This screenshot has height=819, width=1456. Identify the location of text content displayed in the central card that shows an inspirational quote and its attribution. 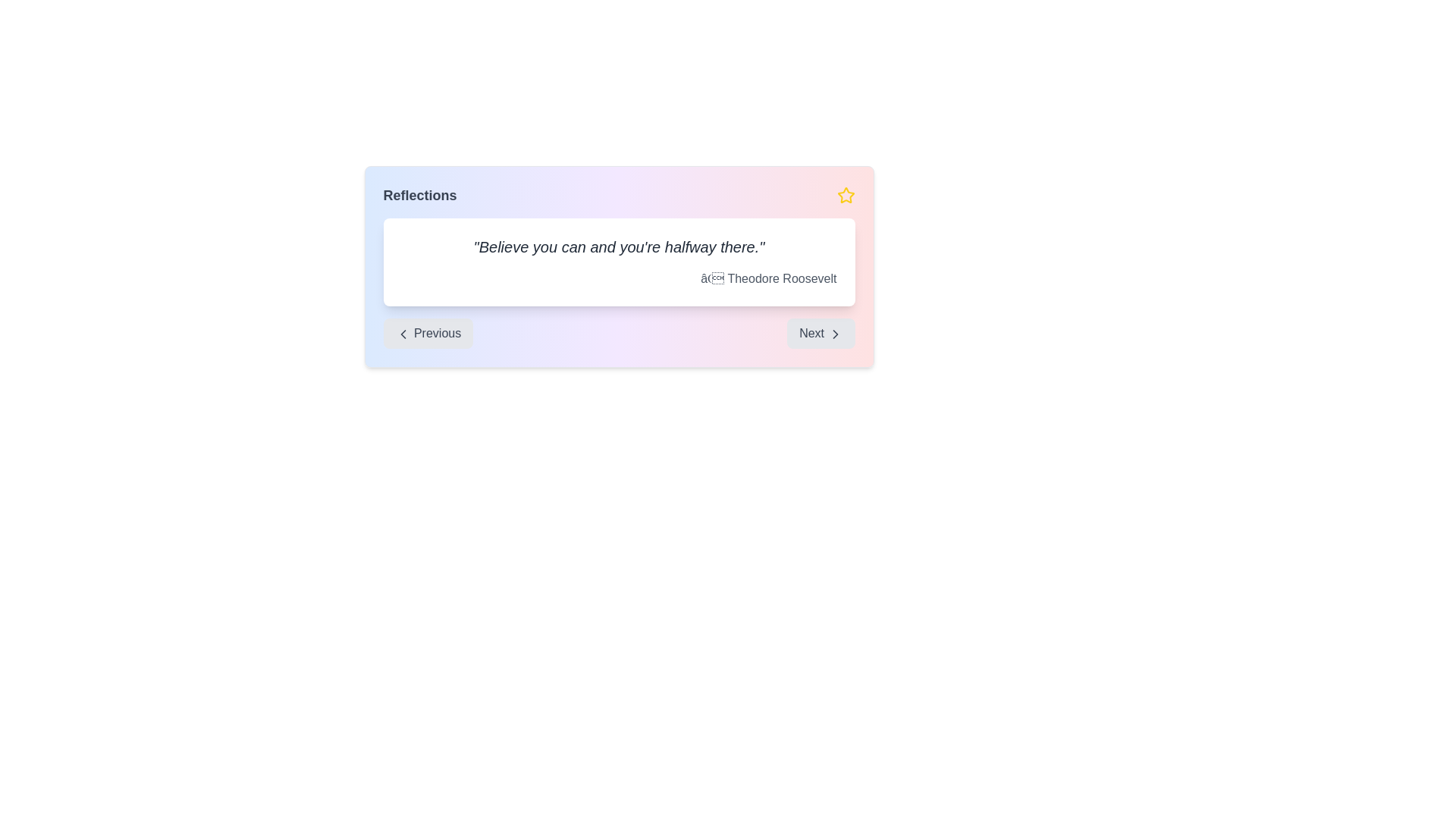
(619, 262).